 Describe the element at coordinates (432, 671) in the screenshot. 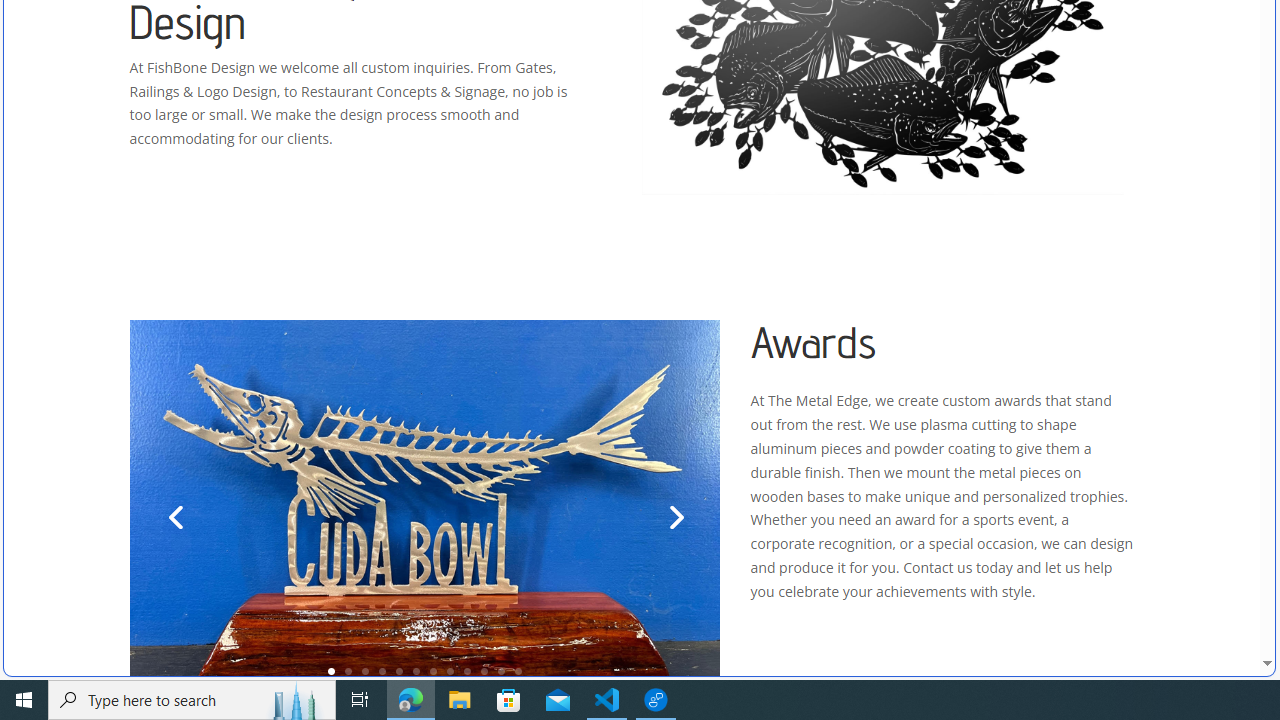

I see `'7'` at that location.